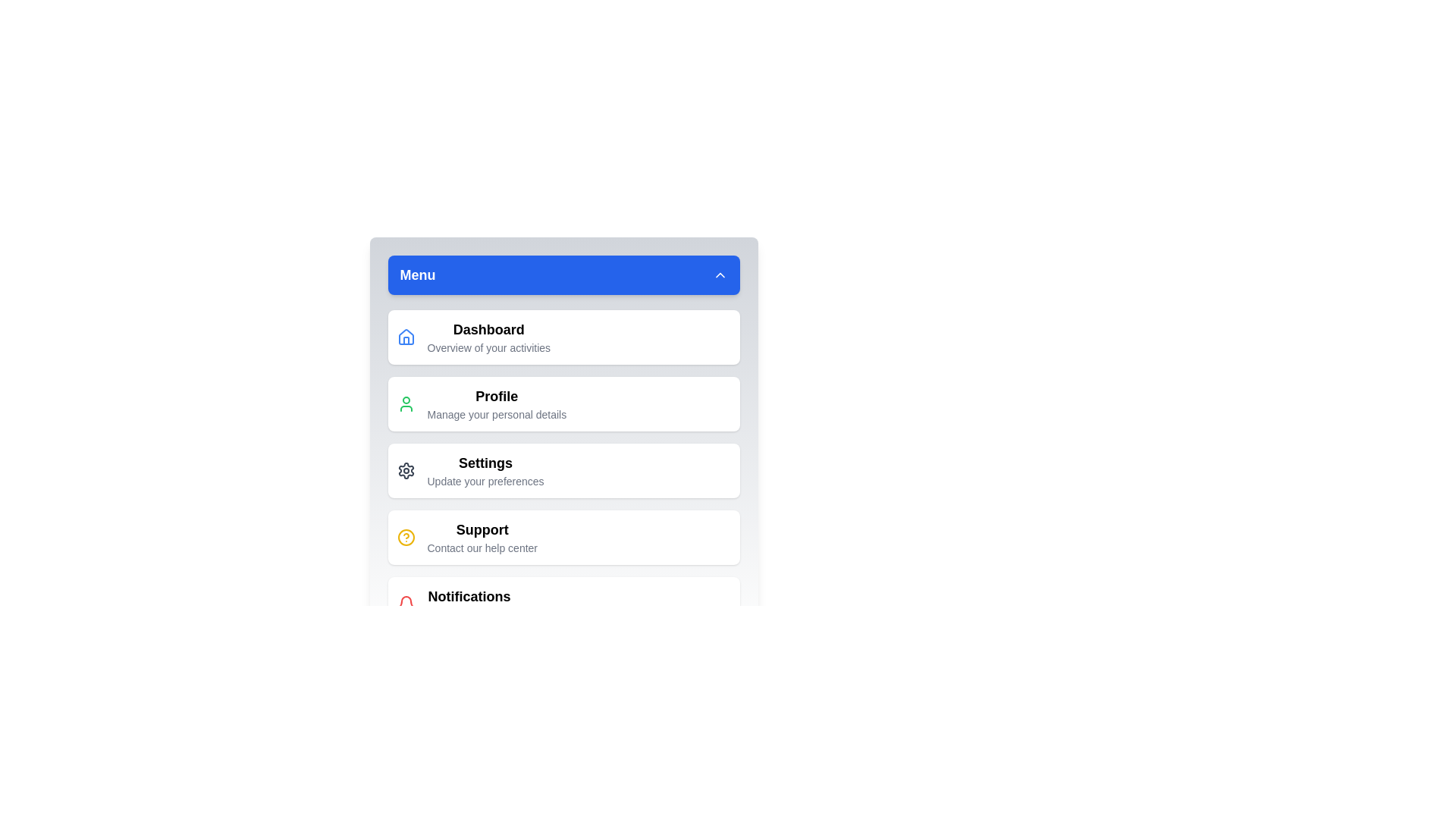 The image size is (1456, 819). What do you see at coordinates (563, 604) in the screenshot?
I see `the Notifications button, which features a red bell icon and has two lines of text: 'Notifications' and 'View recent alerts'. It is the fifth item in a vertical list of options within a menu, located below 'Support'` at bounding box center [563, 604].